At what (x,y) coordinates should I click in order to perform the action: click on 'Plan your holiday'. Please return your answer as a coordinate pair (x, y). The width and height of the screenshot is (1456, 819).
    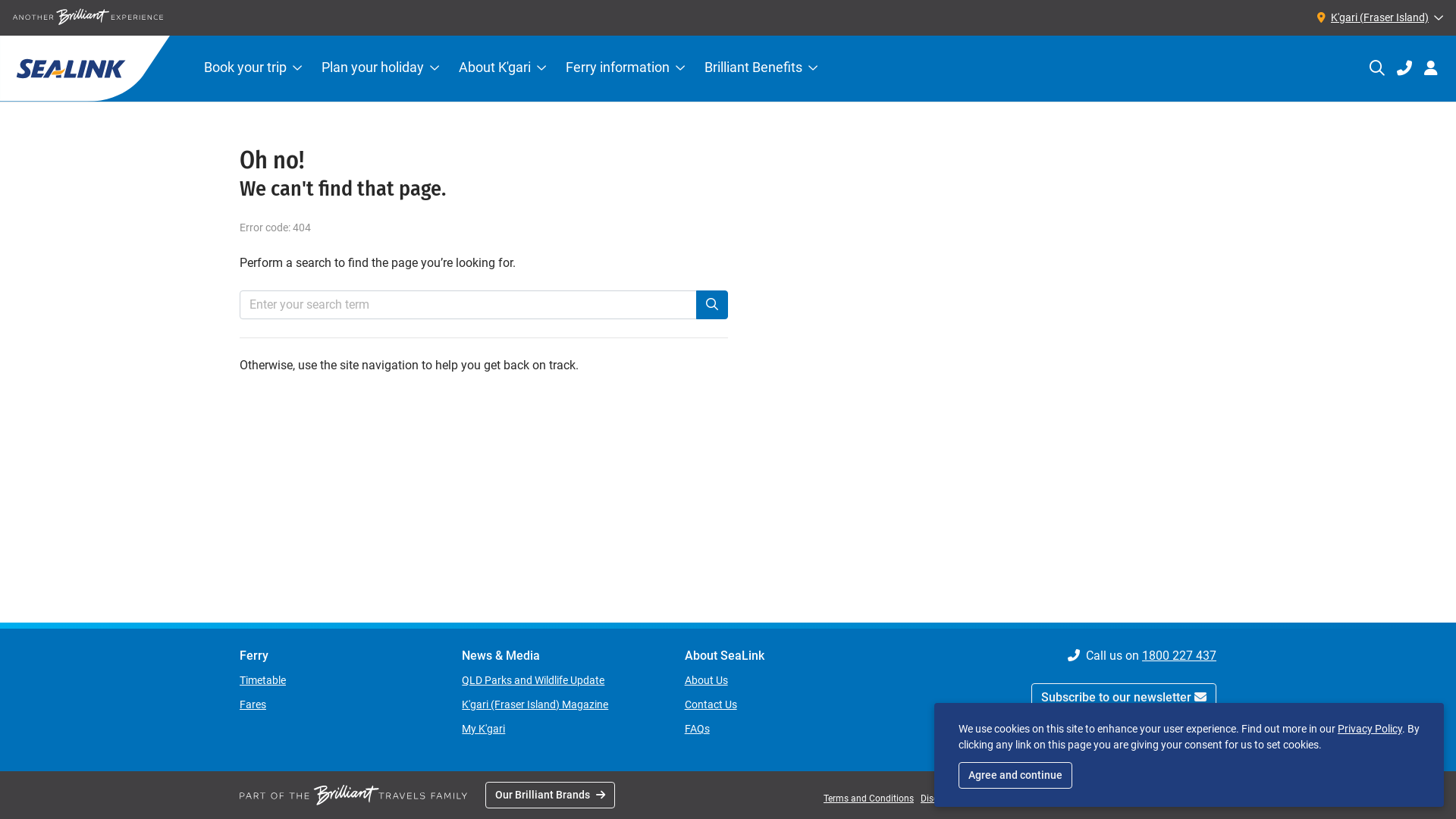
    Looking at the image, I should click on (380, 68).